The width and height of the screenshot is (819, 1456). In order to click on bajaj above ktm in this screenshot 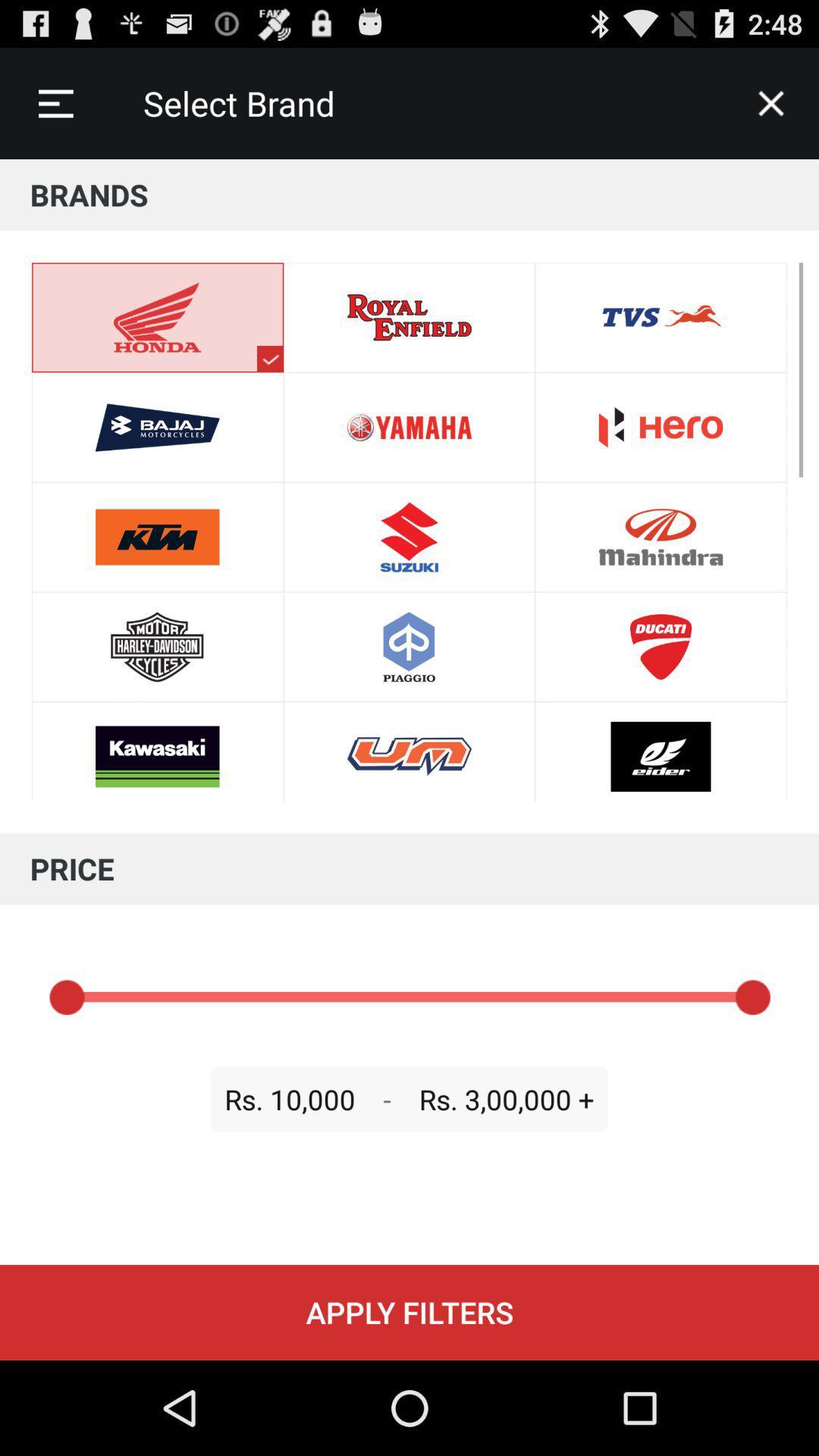, I will do `click(158, 426)`.